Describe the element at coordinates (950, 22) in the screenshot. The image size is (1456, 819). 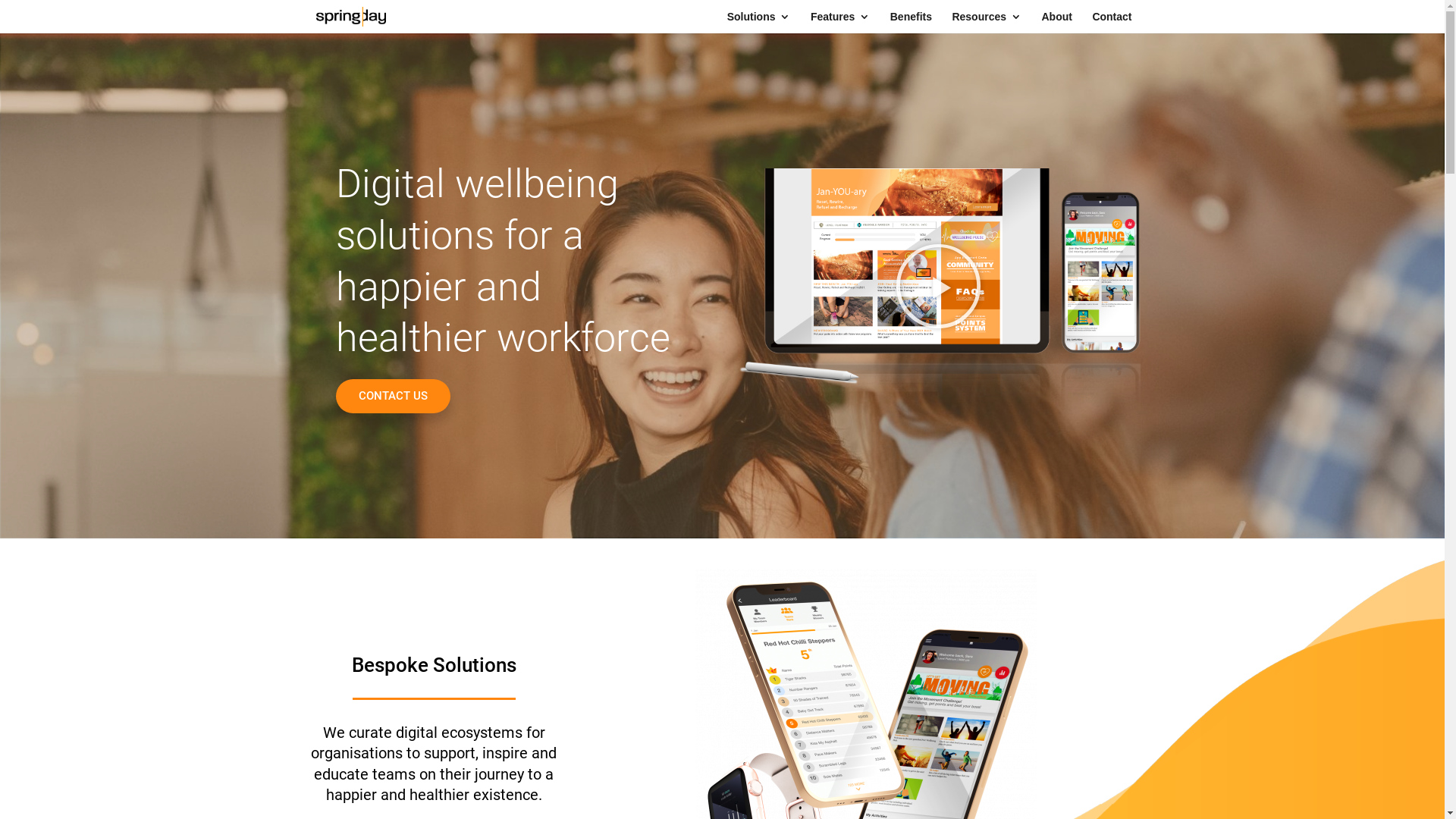
I see `'Resources'` at that location.